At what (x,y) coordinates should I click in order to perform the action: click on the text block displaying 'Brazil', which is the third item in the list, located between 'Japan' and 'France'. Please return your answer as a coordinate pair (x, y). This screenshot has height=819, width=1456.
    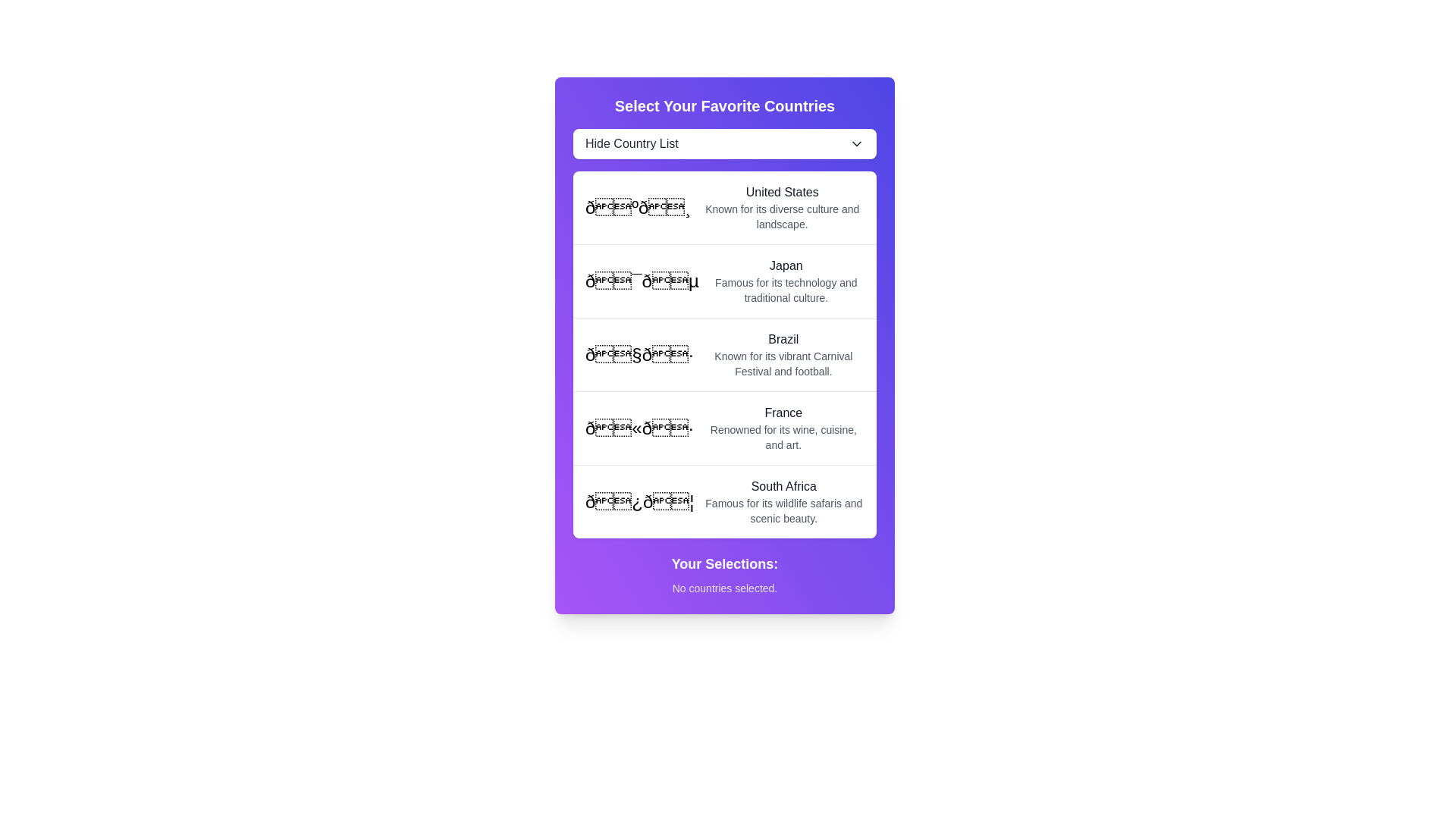
    Looking at the image, I should click on (783, 354).